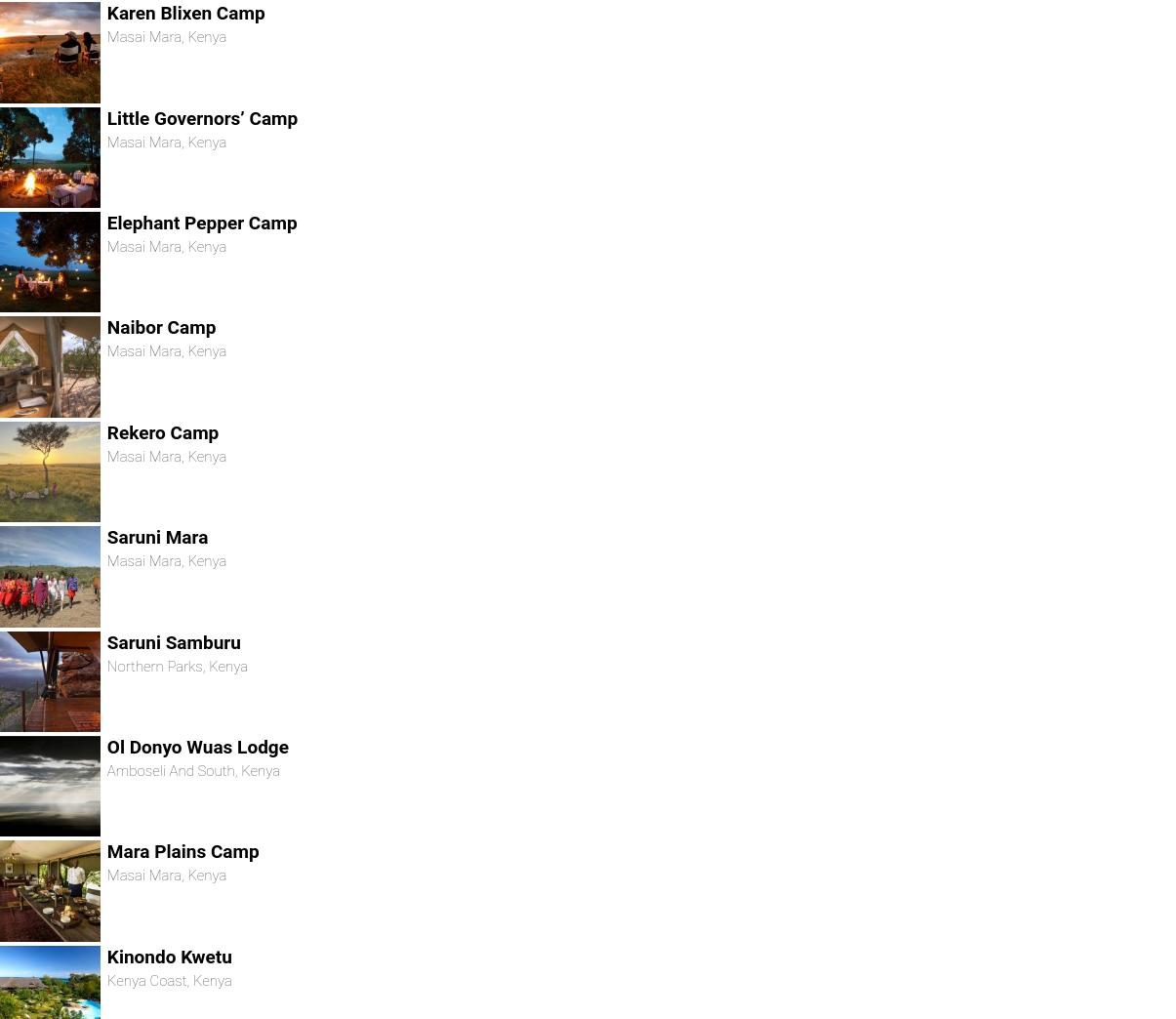 This screenshot has height=1019, width=1176. I want to click on 'Little Governors’ Camp', so click(201, 117).